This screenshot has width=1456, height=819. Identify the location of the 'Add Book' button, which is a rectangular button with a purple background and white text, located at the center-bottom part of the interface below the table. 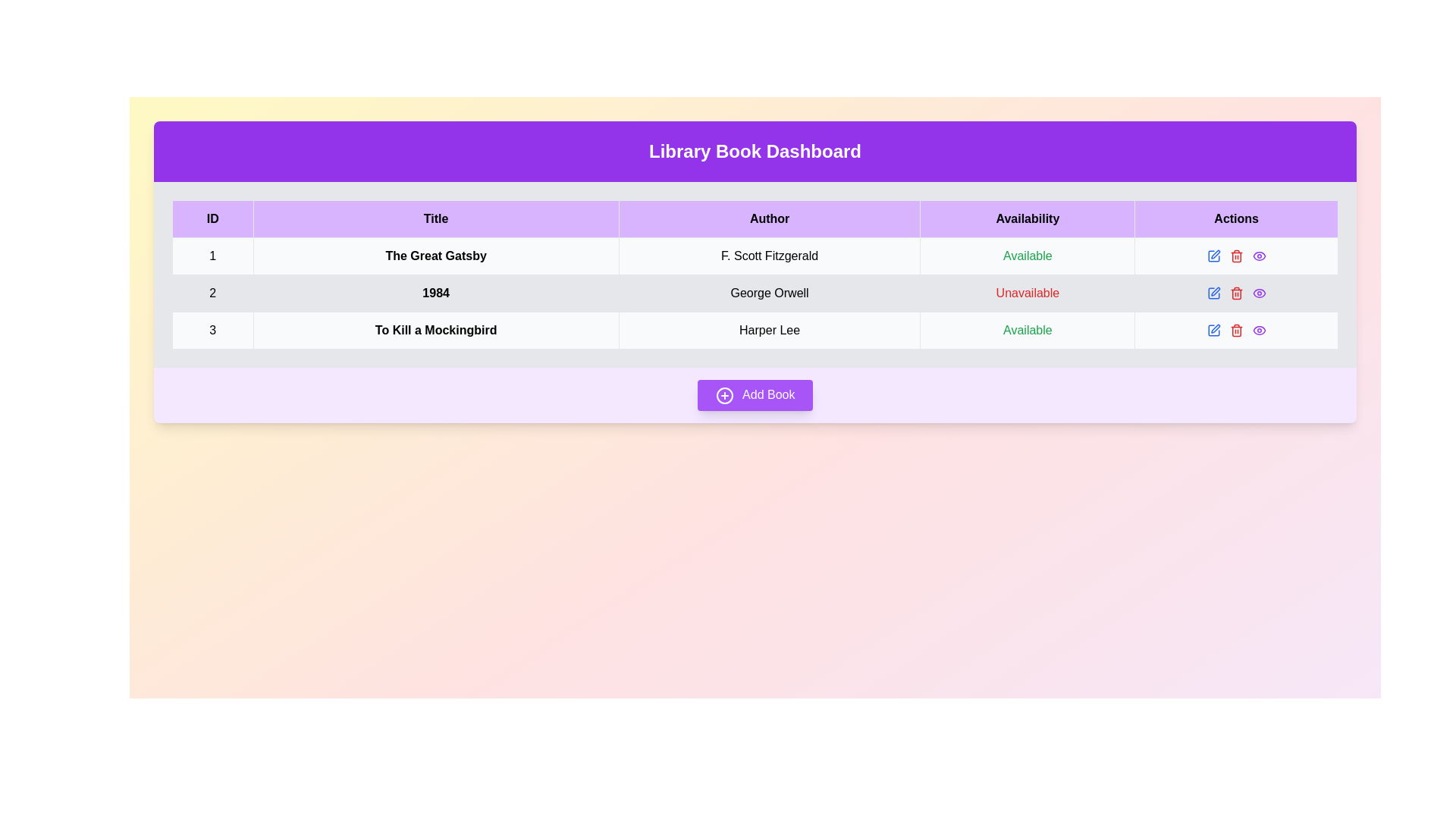
(755, 394).